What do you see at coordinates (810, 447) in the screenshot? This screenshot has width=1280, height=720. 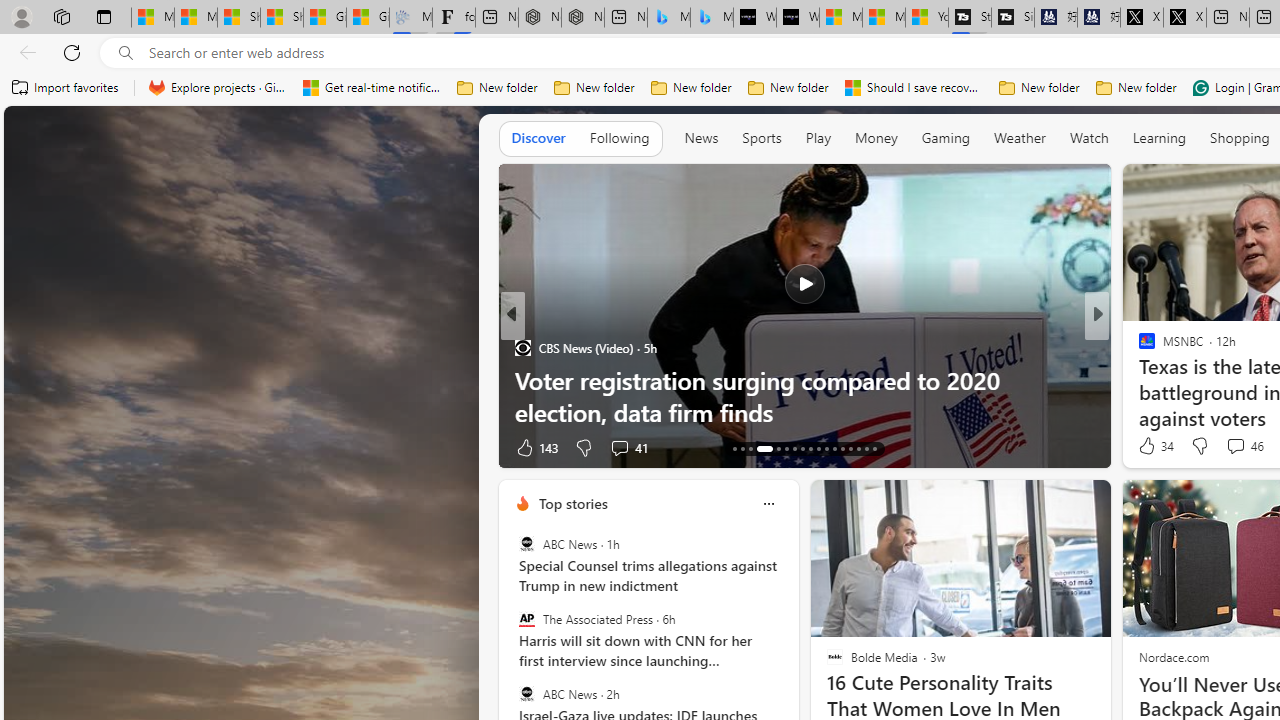 I see `'AutomationID: tab-21'` at bounding box center [810, 447].